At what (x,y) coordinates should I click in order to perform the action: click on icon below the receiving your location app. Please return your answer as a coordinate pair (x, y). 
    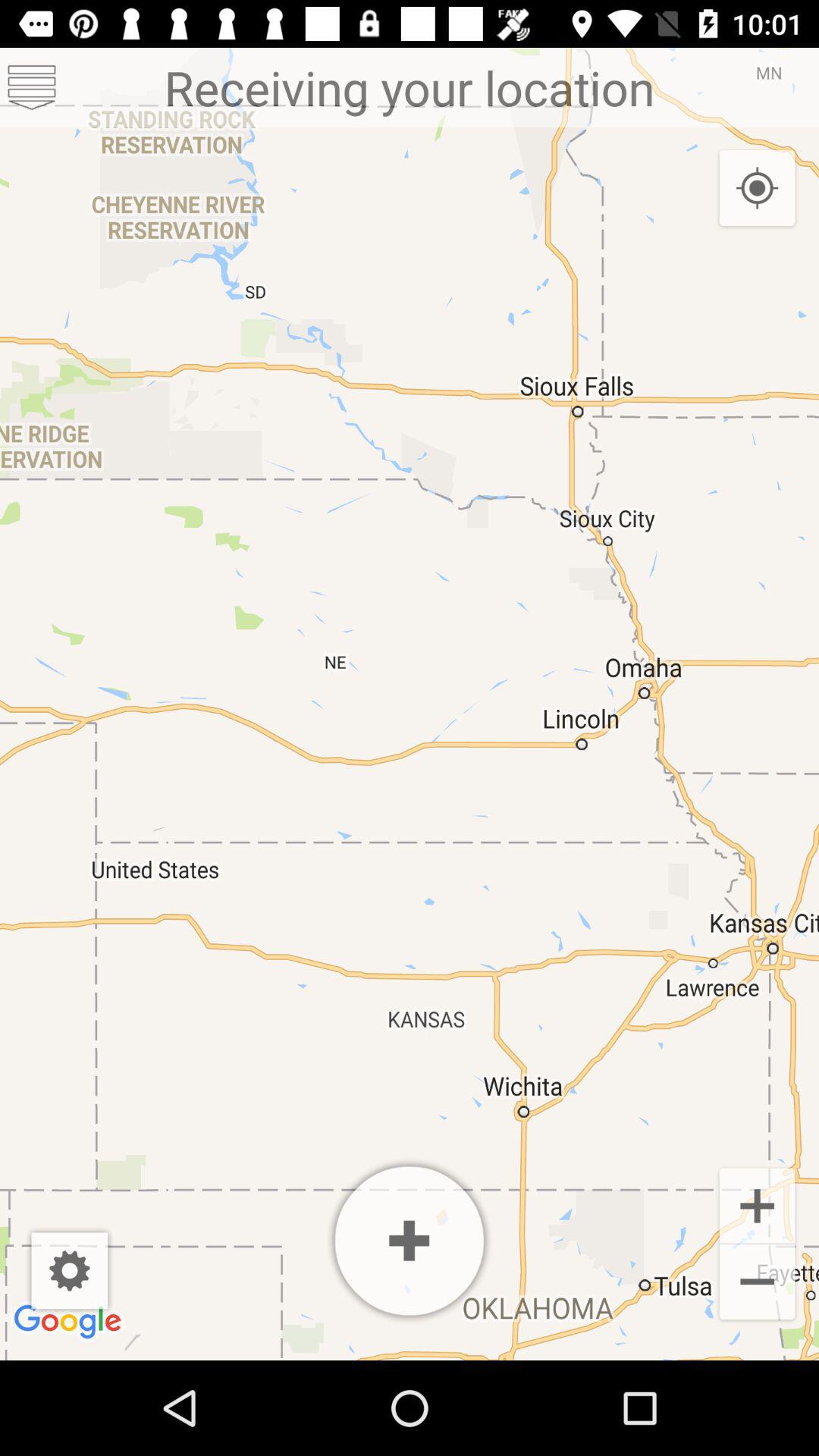
    Looking at the image, I should click on (757, 188).